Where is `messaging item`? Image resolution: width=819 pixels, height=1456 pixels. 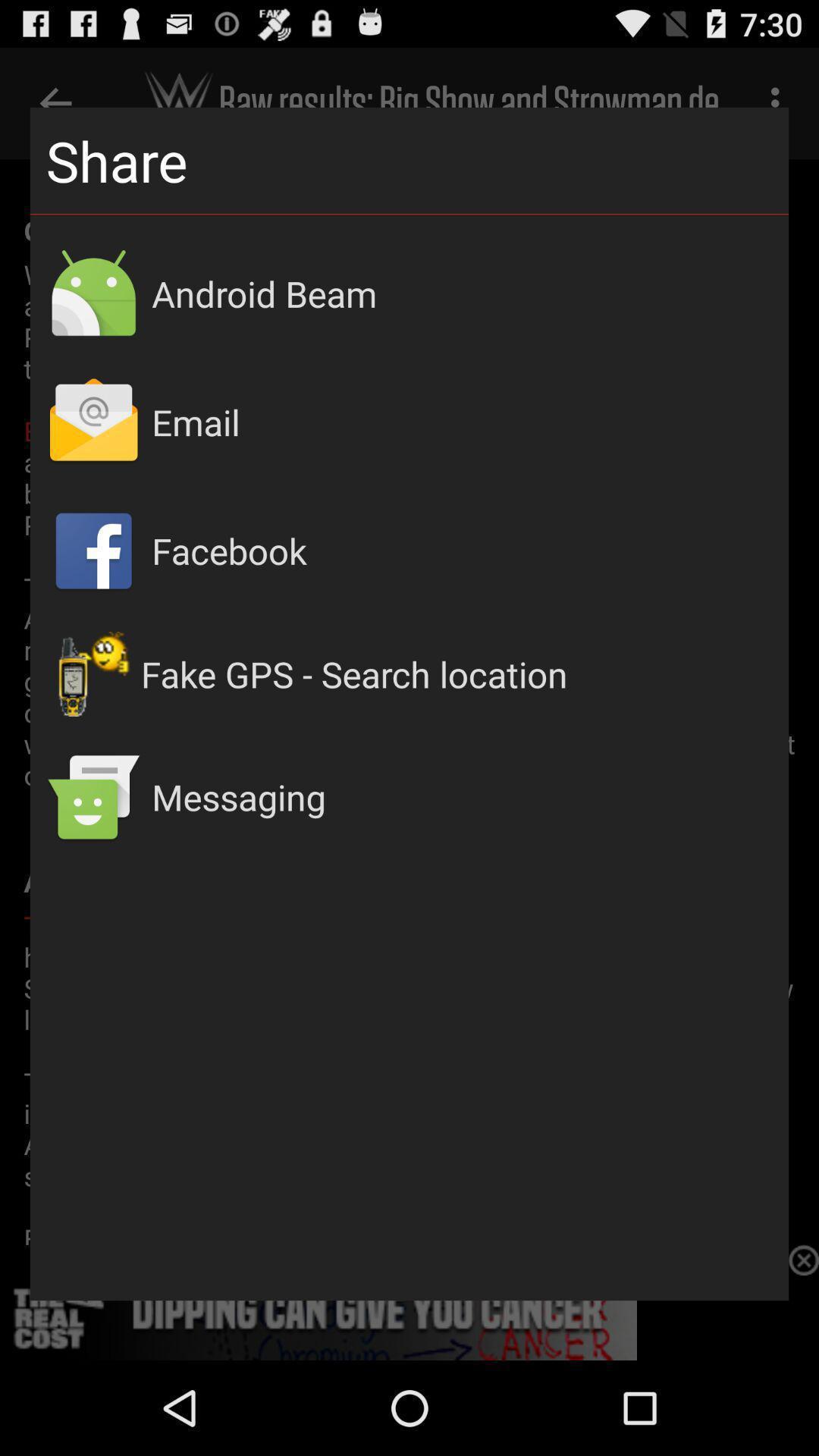 messaging item is located at coordinates (461, 796).